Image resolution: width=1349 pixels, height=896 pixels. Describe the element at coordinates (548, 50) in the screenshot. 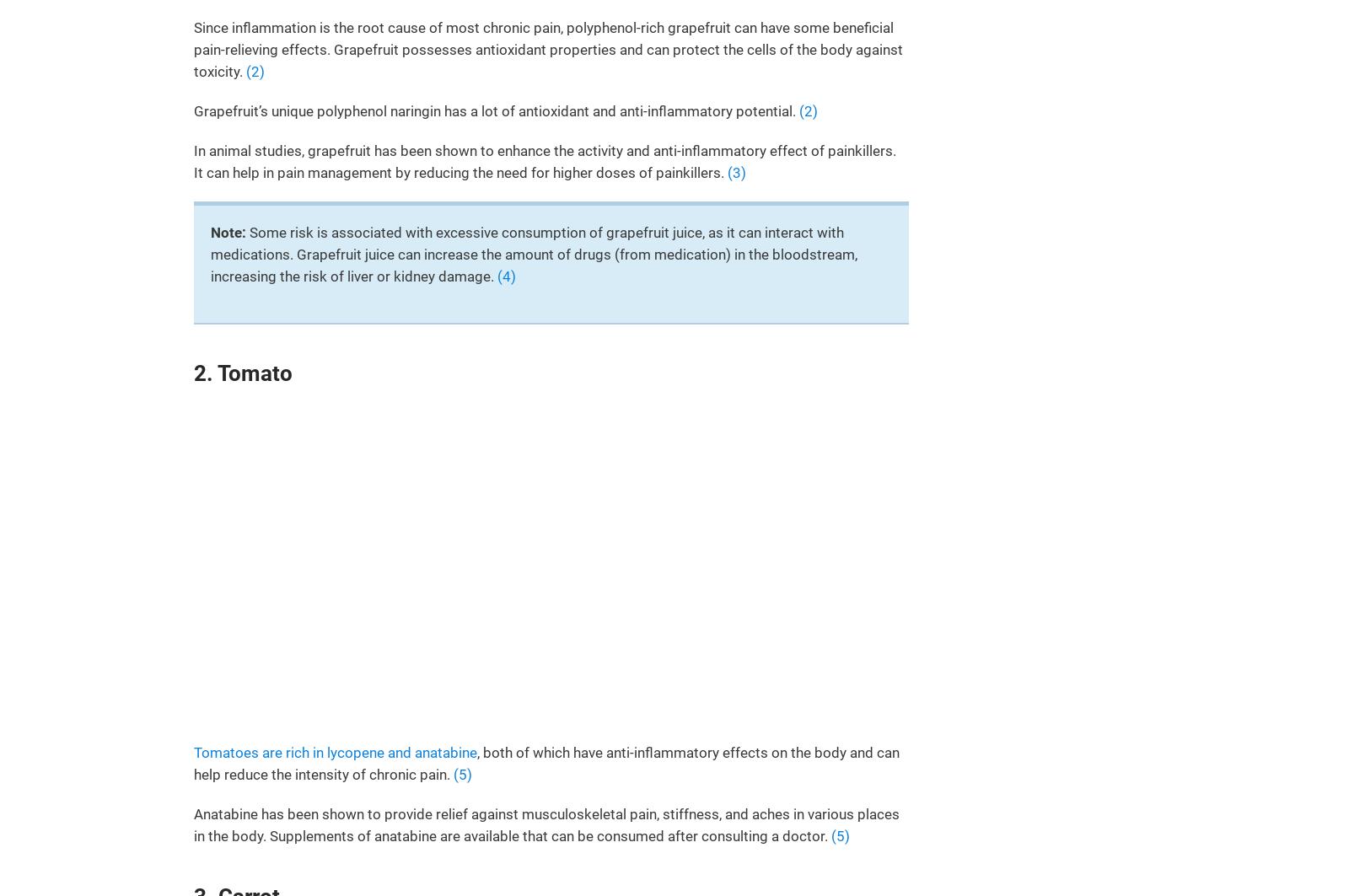

I see `'Since inflammation is the root cause of most chronic pain, polyphenol-rich grapefruit can have some beneficial pain-relieving effects. Grapefruit possesses antioxidant properties and can protect the cells of the body against toxicity.'` at that location.